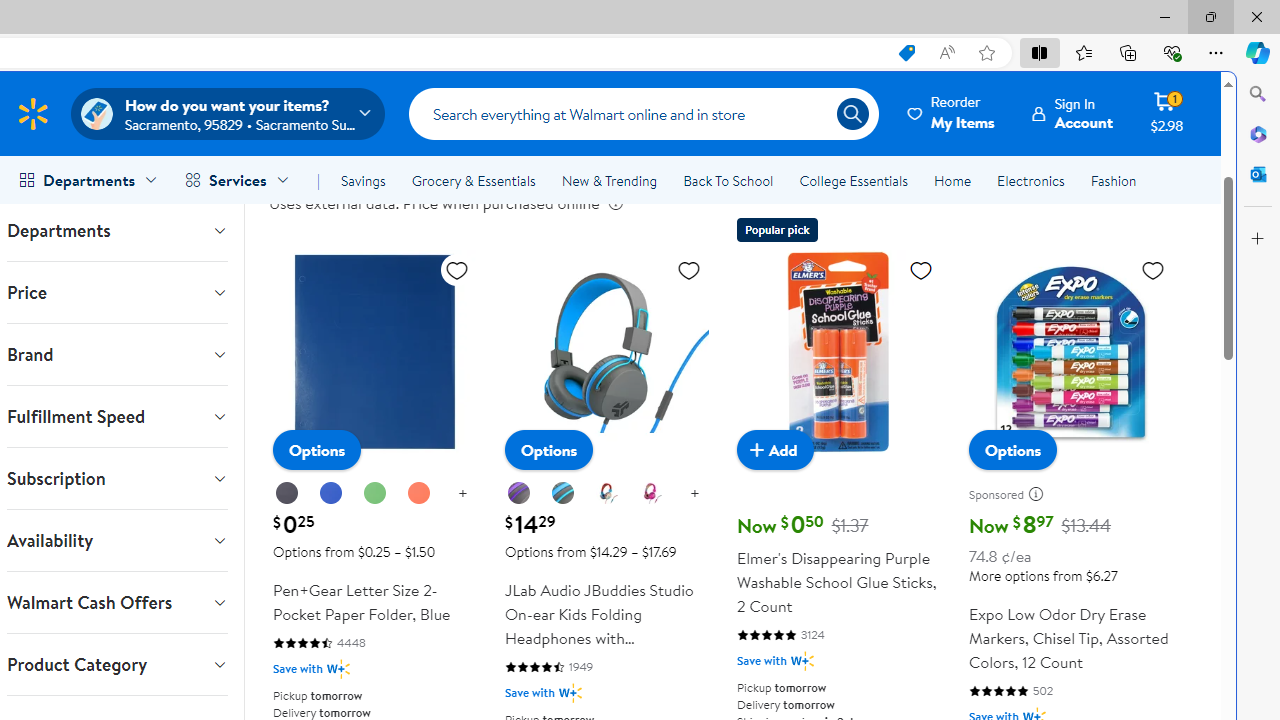 The height and width of the screenshot is (720, 1280). What do you see at coordinates (1112, 181) in the screenshot?
I see `'Fashion'` at bounding box center [1112, 181].